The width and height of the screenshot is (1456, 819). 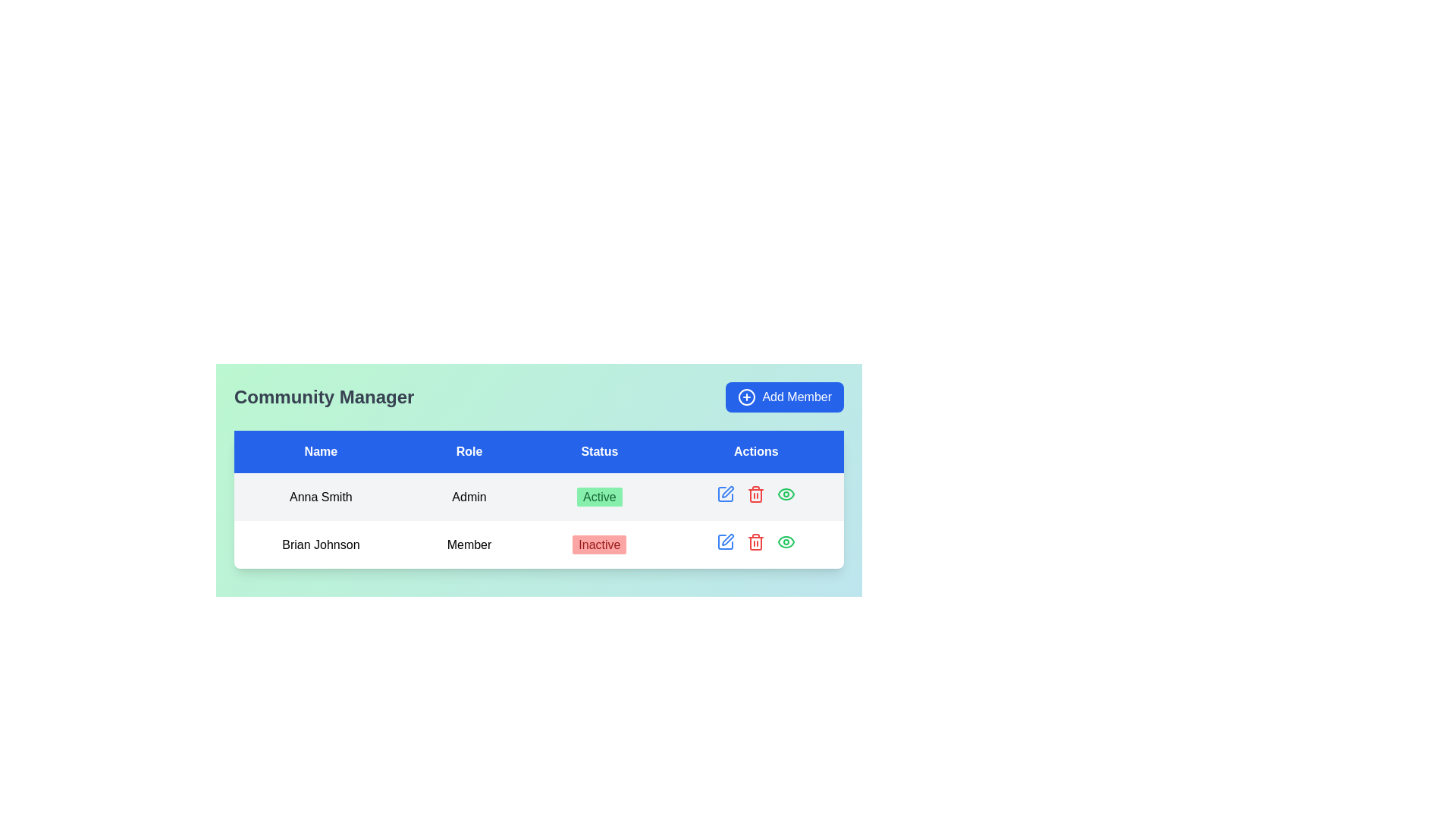 What do you see at coordinates (469, 543) in the screenshot?
I see `the 'Member' label in the role column of the data table associated with 'Brian Johnson'` at bounding box center [469, 543].